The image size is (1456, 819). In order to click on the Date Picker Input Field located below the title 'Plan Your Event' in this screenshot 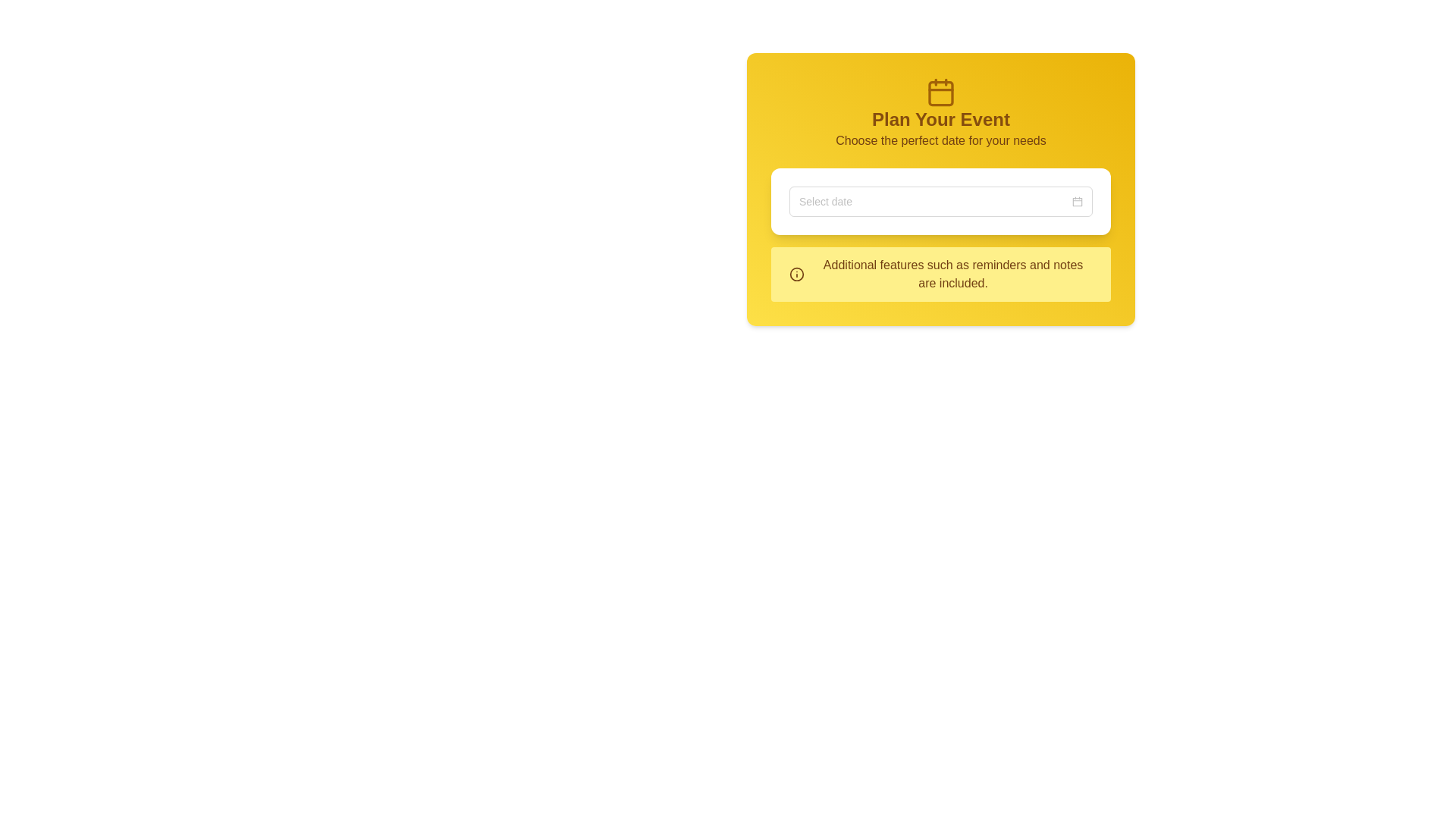, I will do `click(940, 201)`.